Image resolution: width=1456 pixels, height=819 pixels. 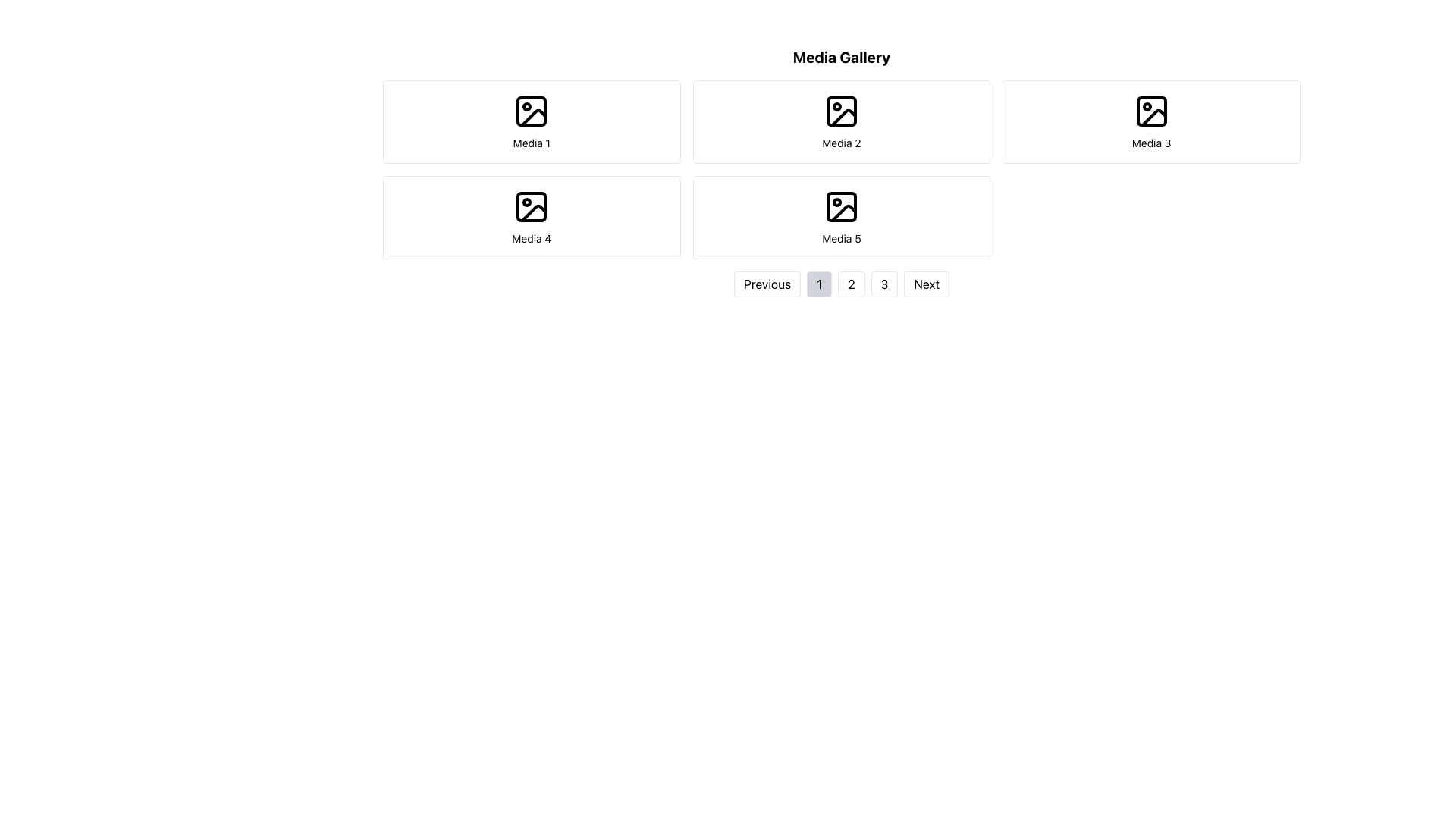 What do you see at coordinates (767, 284) in the screenshot?
I see `the leftmost button in the horizontally-aligned navigation set at the bottom center of the interface` at bounding box center [767, 284].